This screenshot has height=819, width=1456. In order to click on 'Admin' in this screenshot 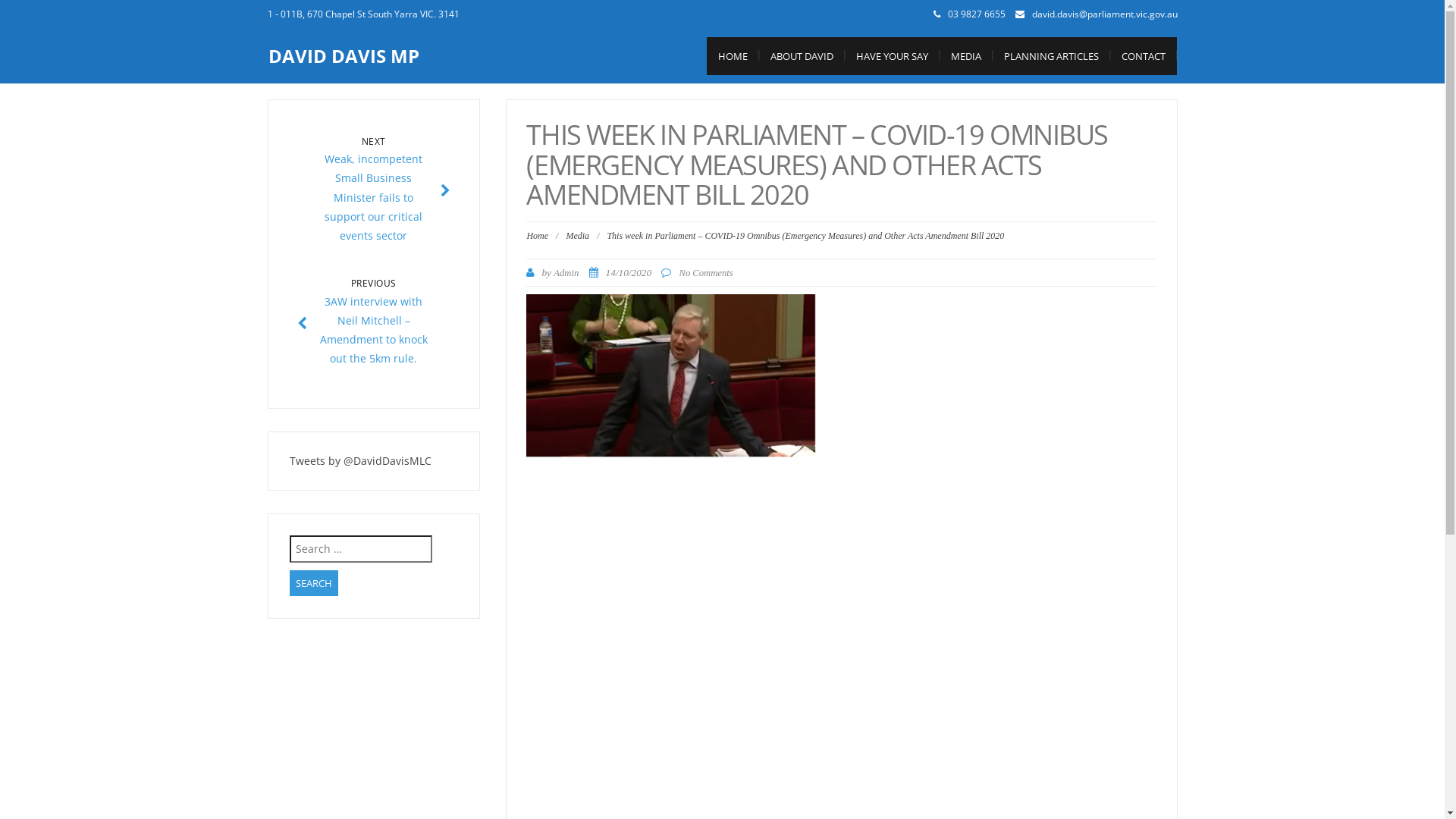, I will do `click(565, 271)`.